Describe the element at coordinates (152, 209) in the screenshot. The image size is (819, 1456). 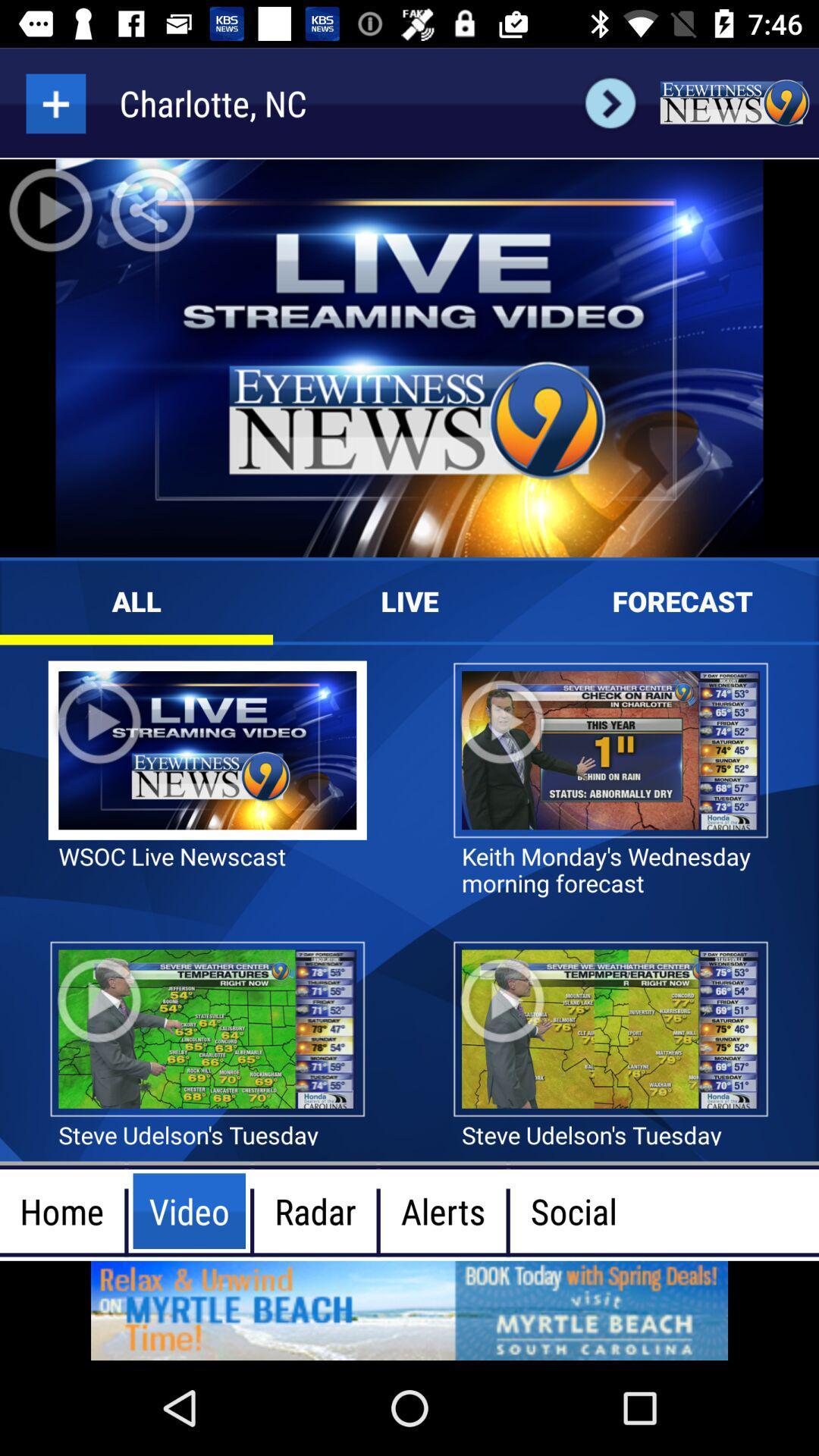
I see `the share icon` at that location.